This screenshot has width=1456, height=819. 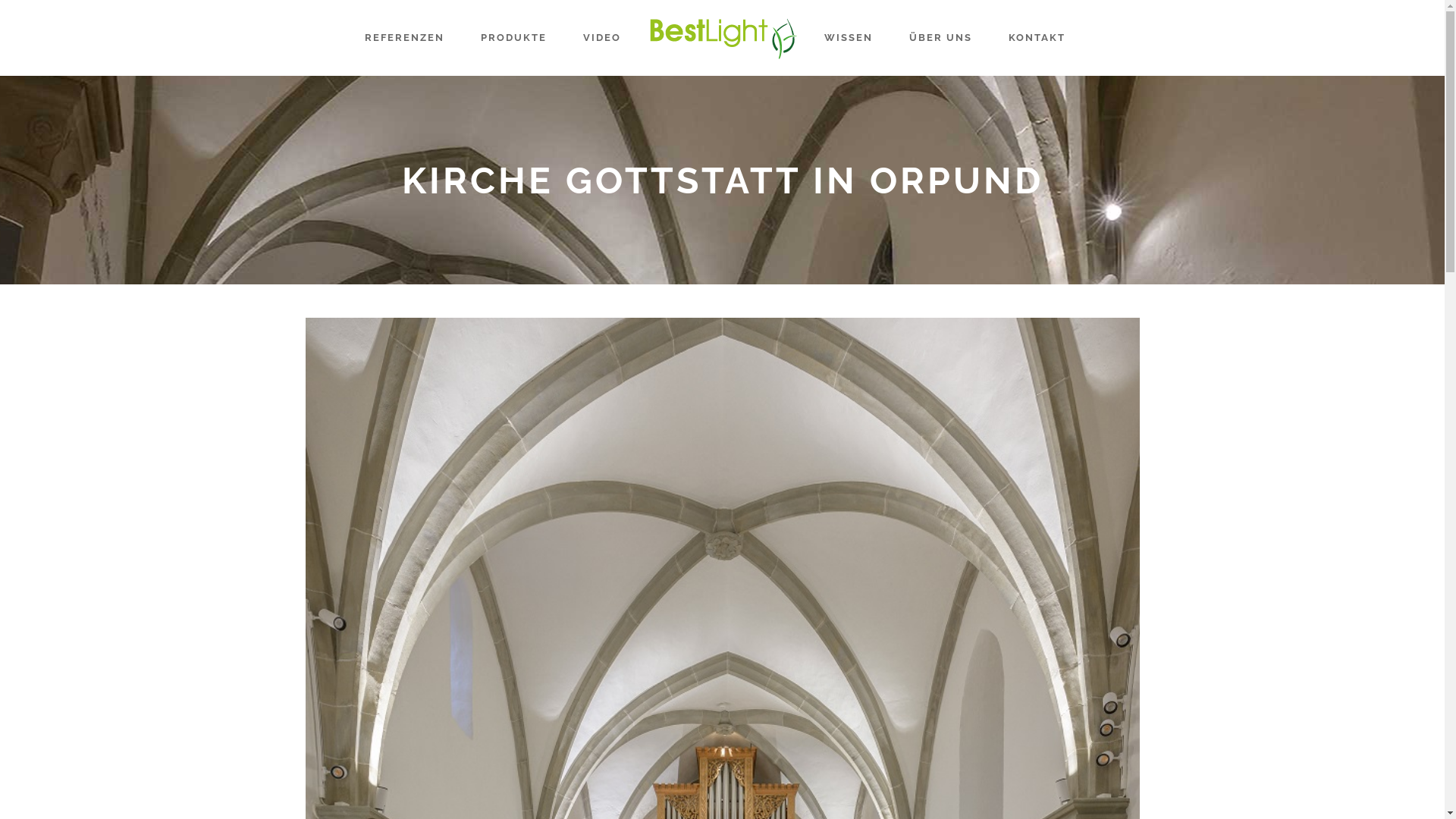 I want to click on 'PRODUKTE', so click(x=513, y=37).